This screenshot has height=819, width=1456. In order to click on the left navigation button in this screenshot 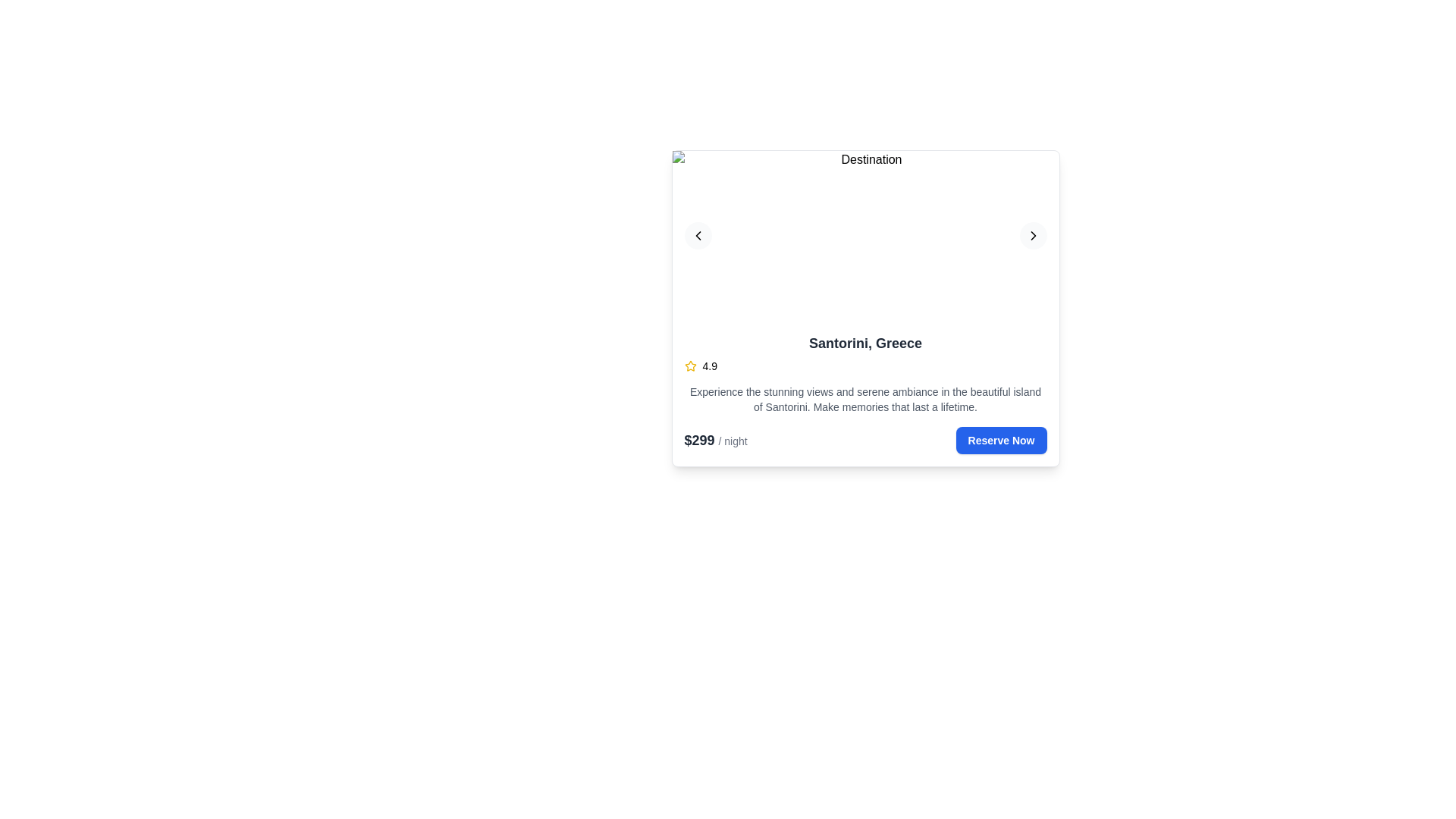, I will do `click(697, 236)`.